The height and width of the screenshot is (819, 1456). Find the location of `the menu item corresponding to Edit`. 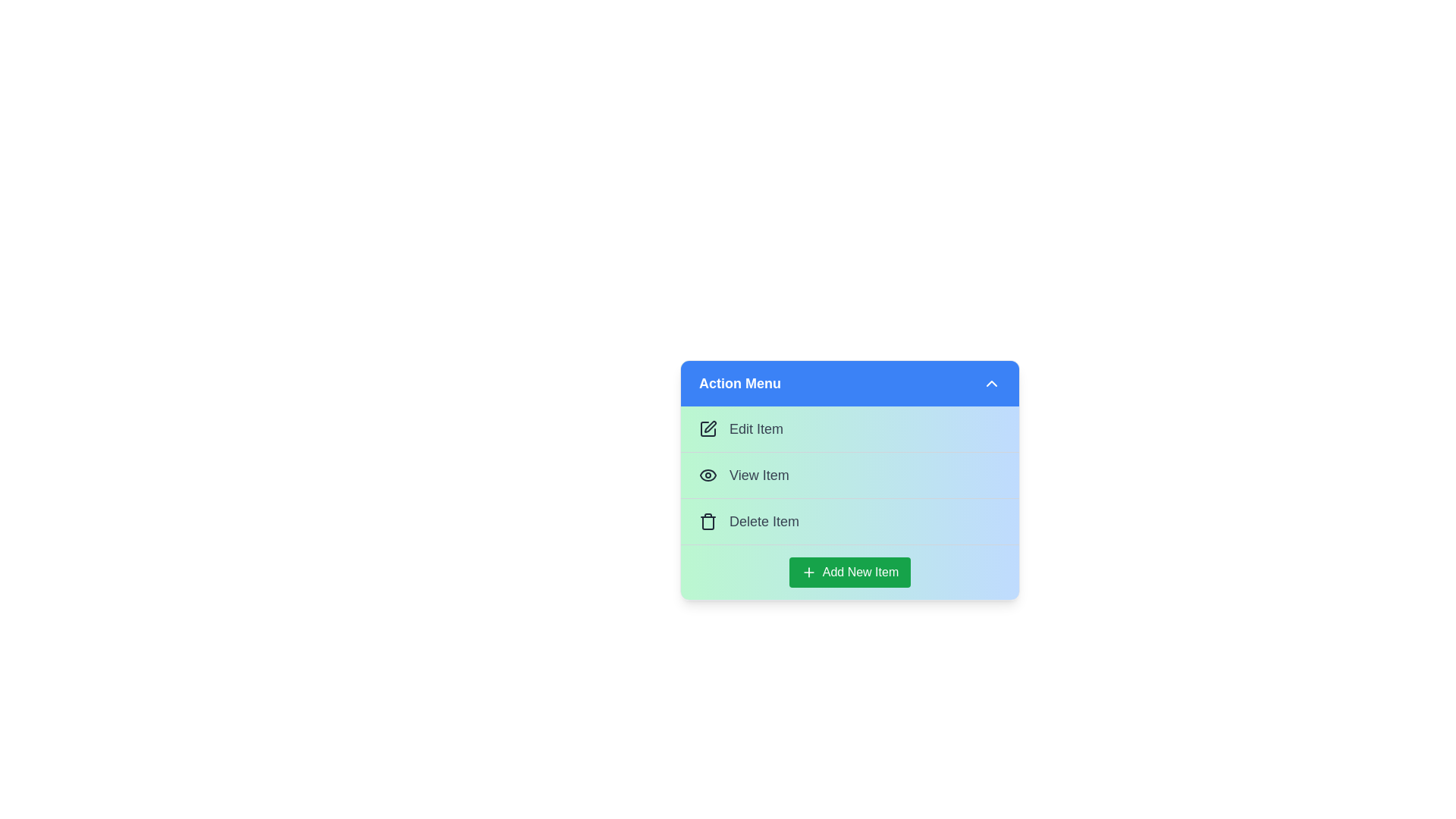

the menu item corresponding to Edit is located at coordinates (850, 429).